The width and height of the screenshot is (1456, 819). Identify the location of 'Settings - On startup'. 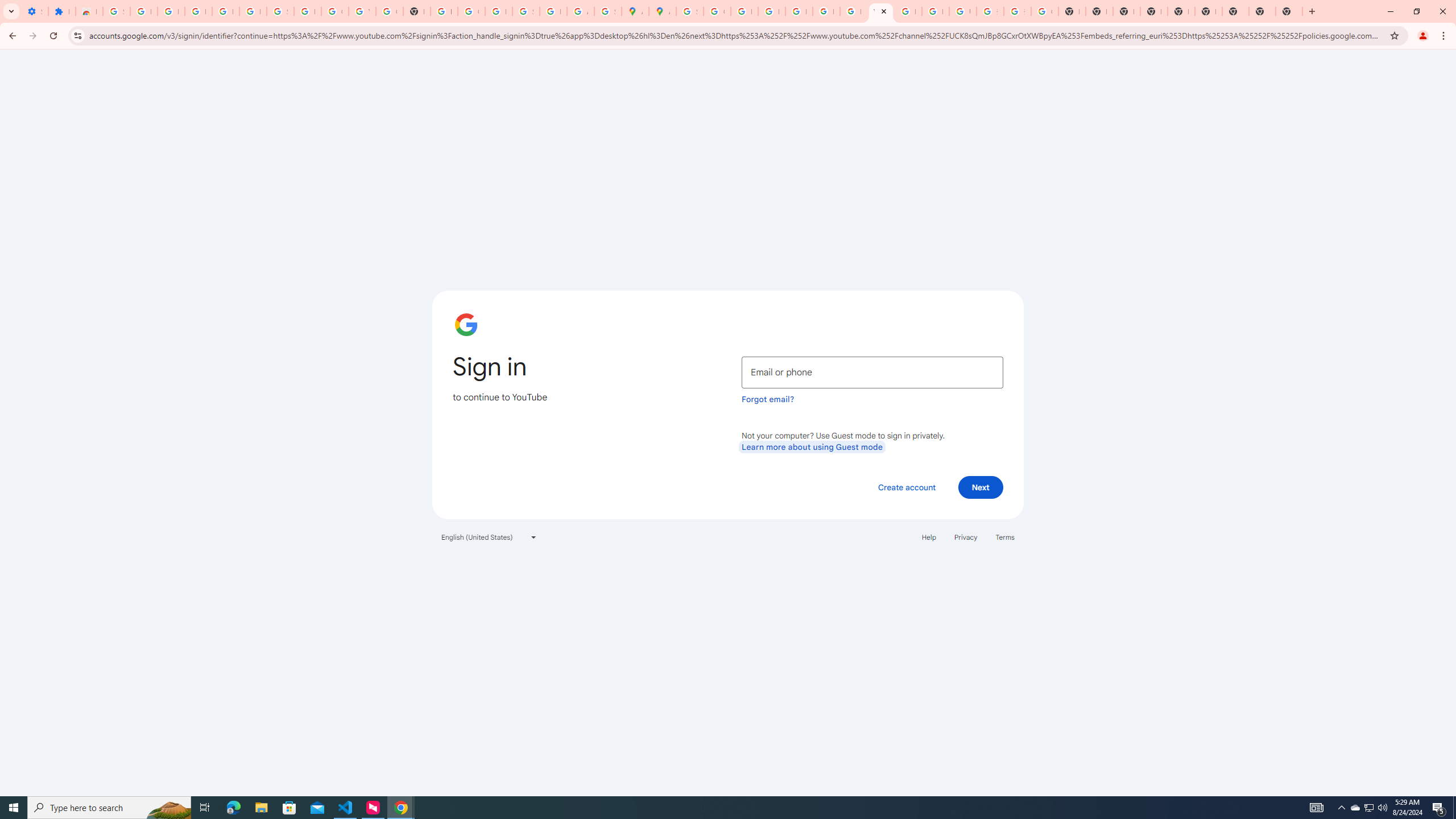
(35, 11).